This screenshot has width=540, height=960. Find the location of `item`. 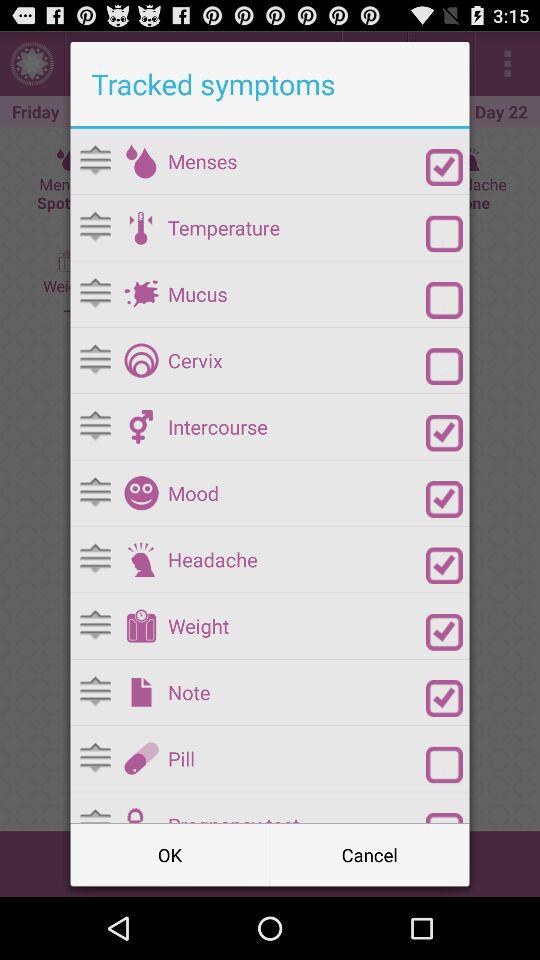

item is located at coordinates (444, 764).